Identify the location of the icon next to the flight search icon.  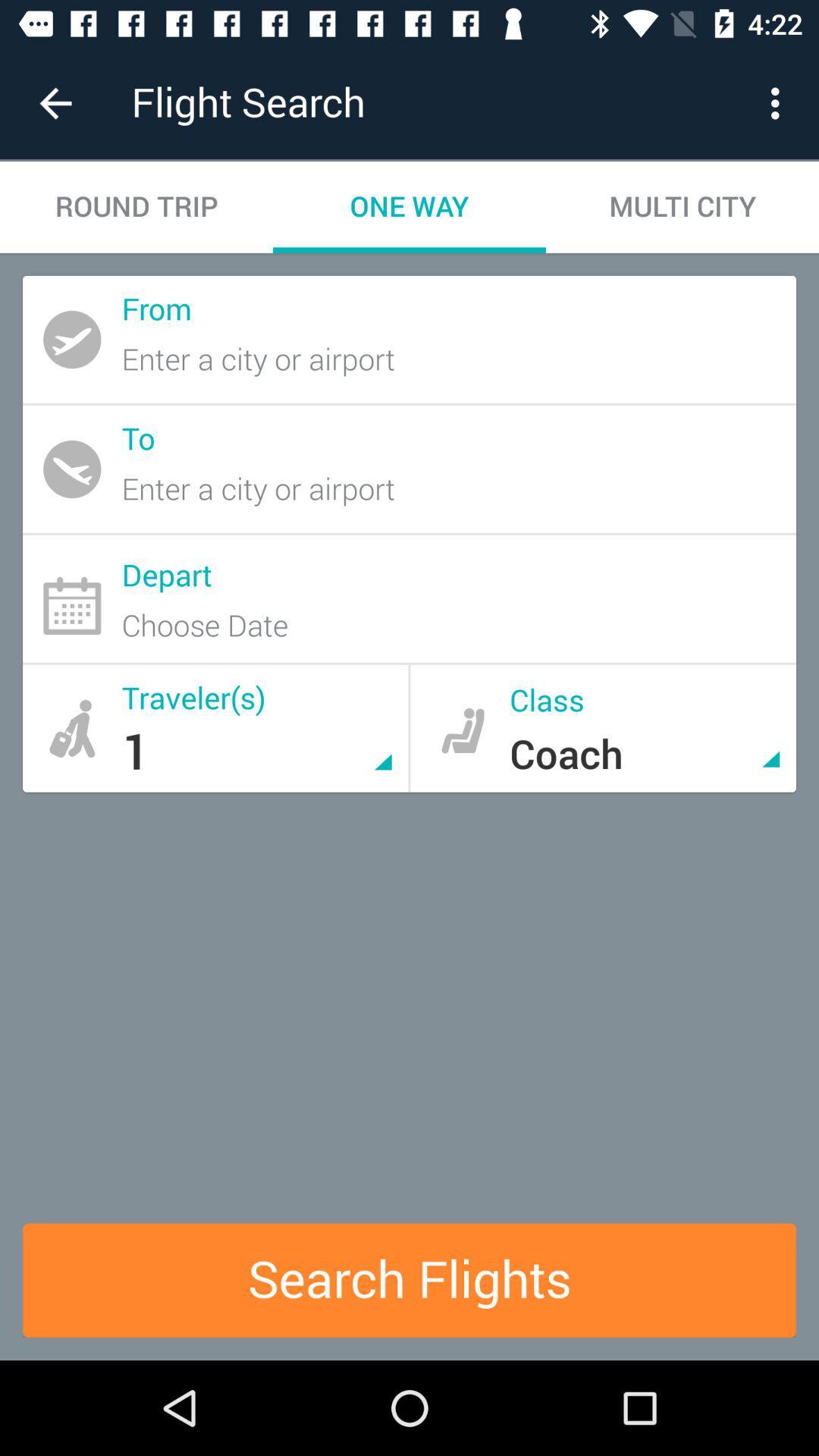
(55, 102).